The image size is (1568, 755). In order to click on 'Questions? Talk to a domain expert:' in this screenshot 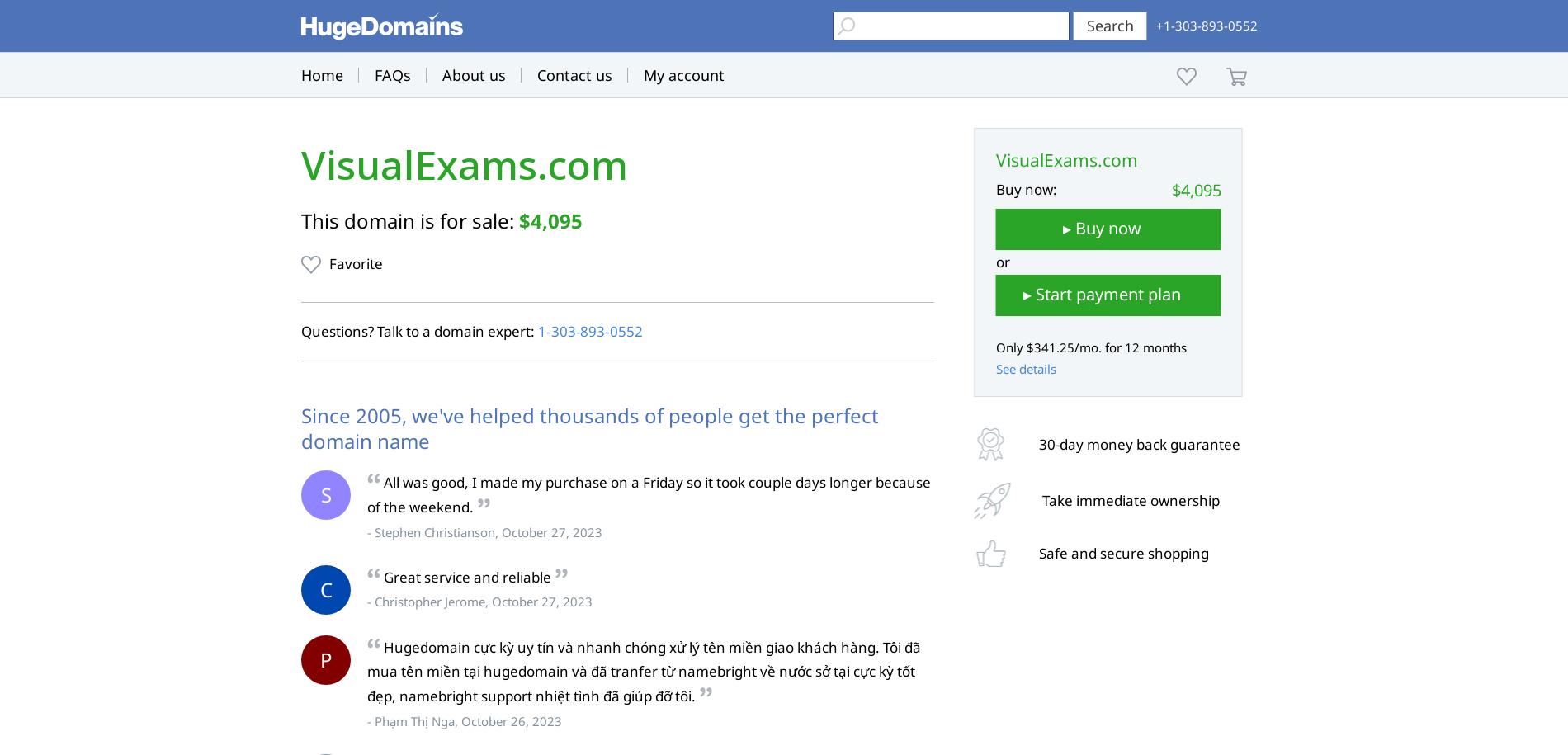, I will do `click(419, 330)`.